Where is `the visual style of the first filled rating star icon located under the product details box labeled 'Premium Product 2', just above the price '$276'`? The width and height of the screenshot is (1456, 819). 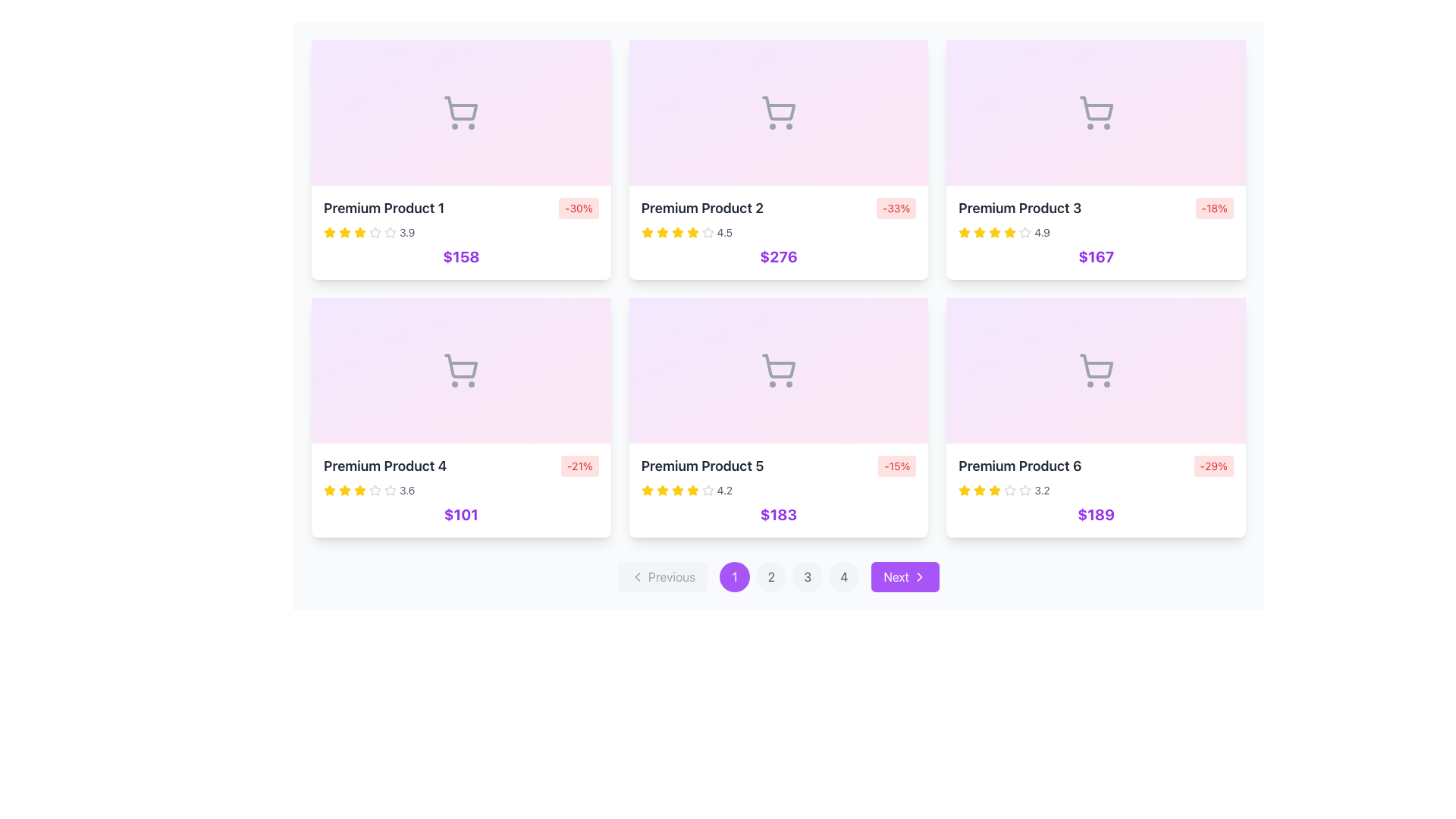
the visual style of the first filled rating star icon located under the product details box labeled 'Premium Product 2', just above the price '$276' is located at coordinates (647, 233).